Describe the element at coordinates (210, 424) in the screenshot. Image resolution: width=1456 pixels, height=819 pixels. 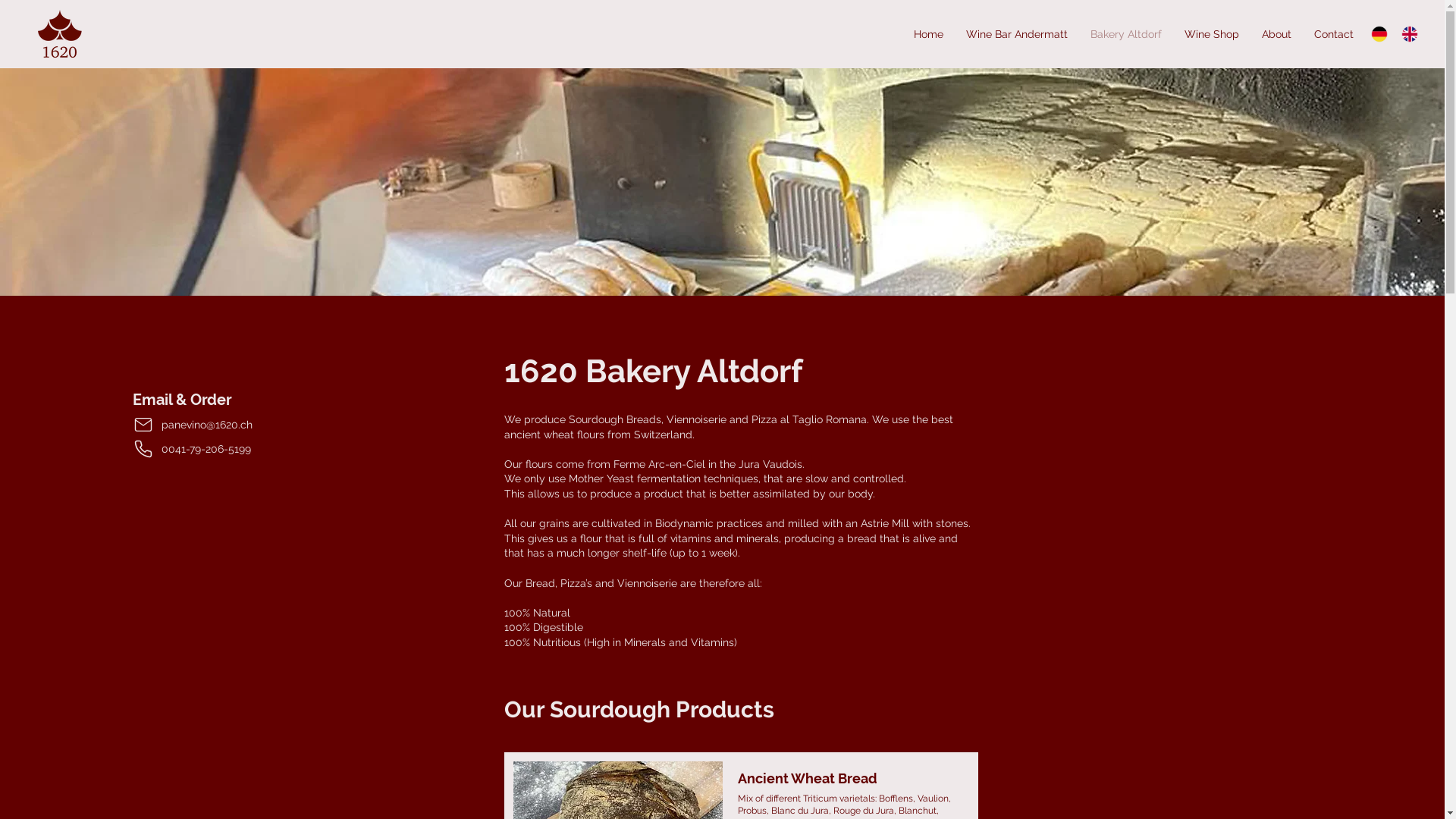
I see `'panevino@1620.ch'` at that location.